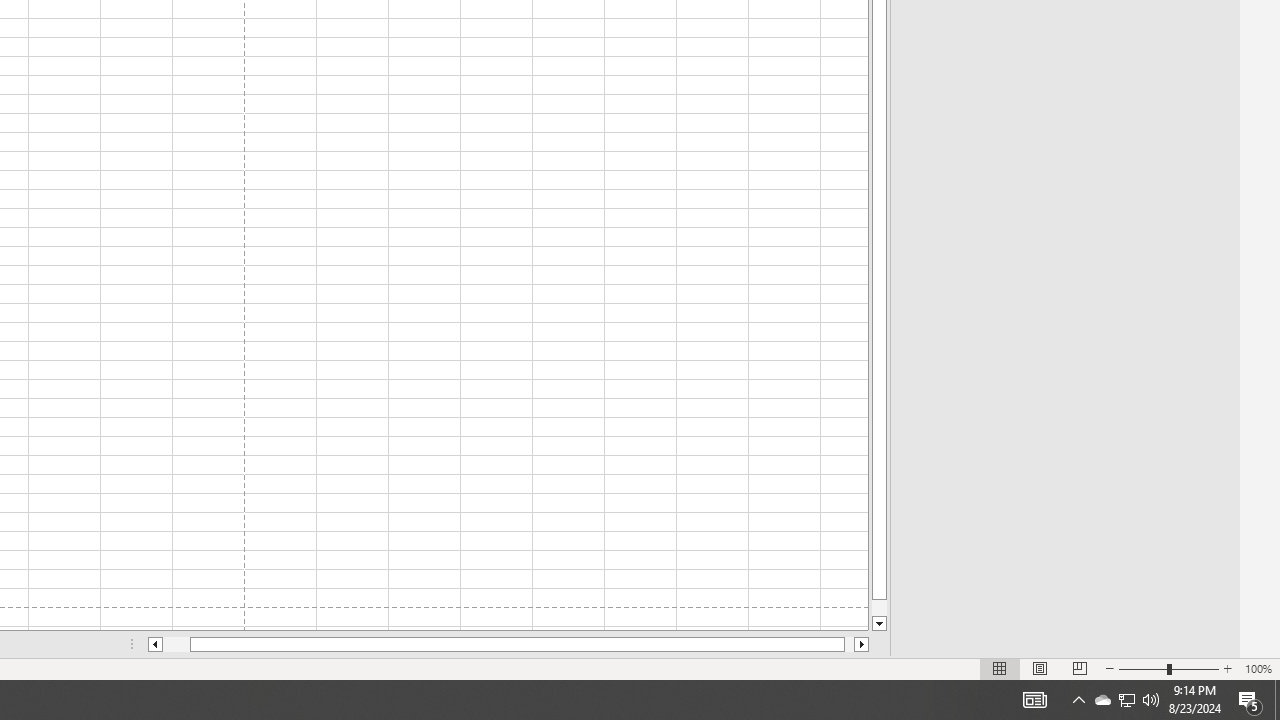 The image size is (1280, 720). Describe the element at coordinates (508, 644) in the screenshot. I see `'Class: NetUIScrollBar'` at that location.